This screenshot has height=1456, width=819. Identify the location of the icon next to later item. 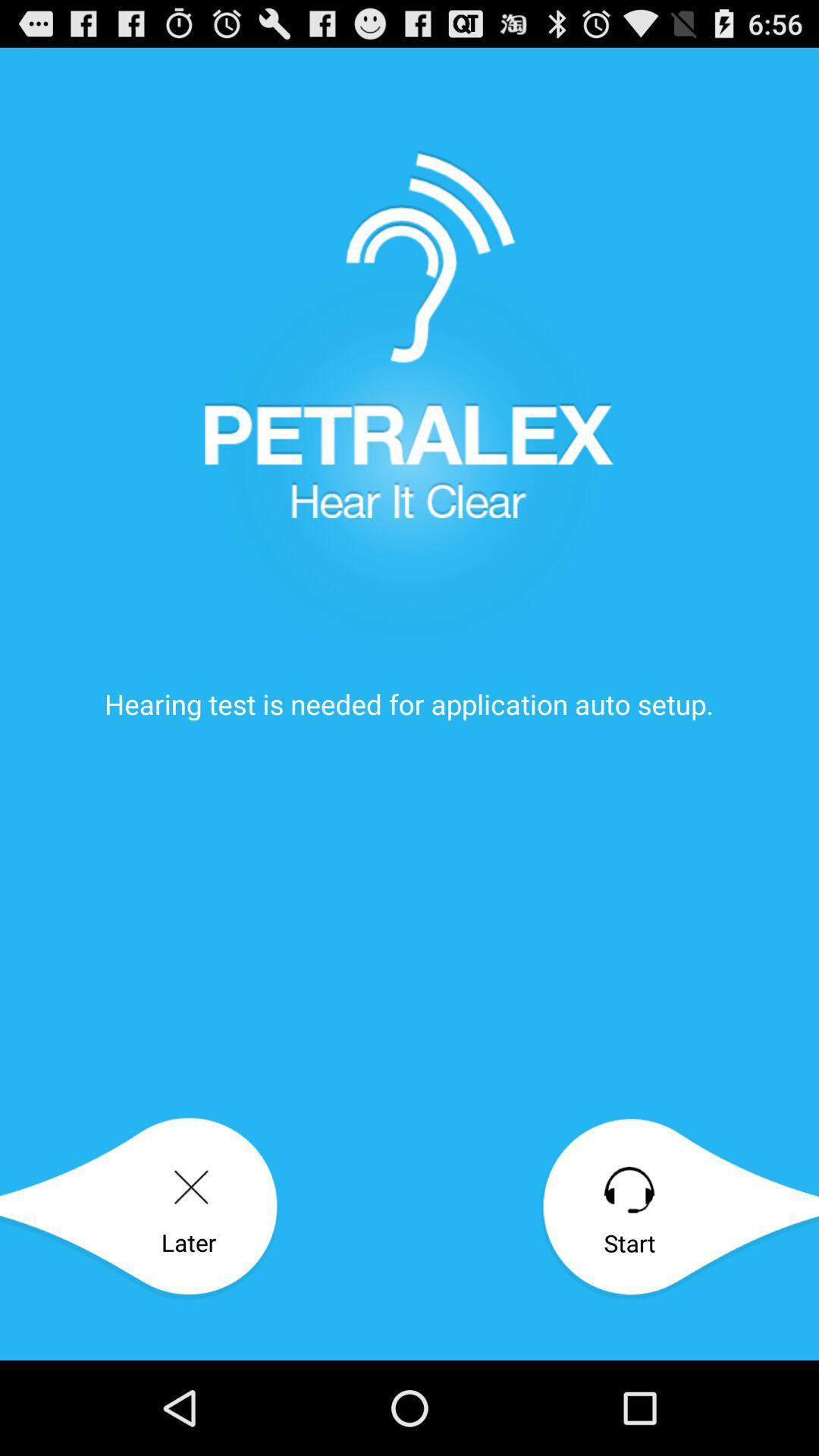
(679, 1208).